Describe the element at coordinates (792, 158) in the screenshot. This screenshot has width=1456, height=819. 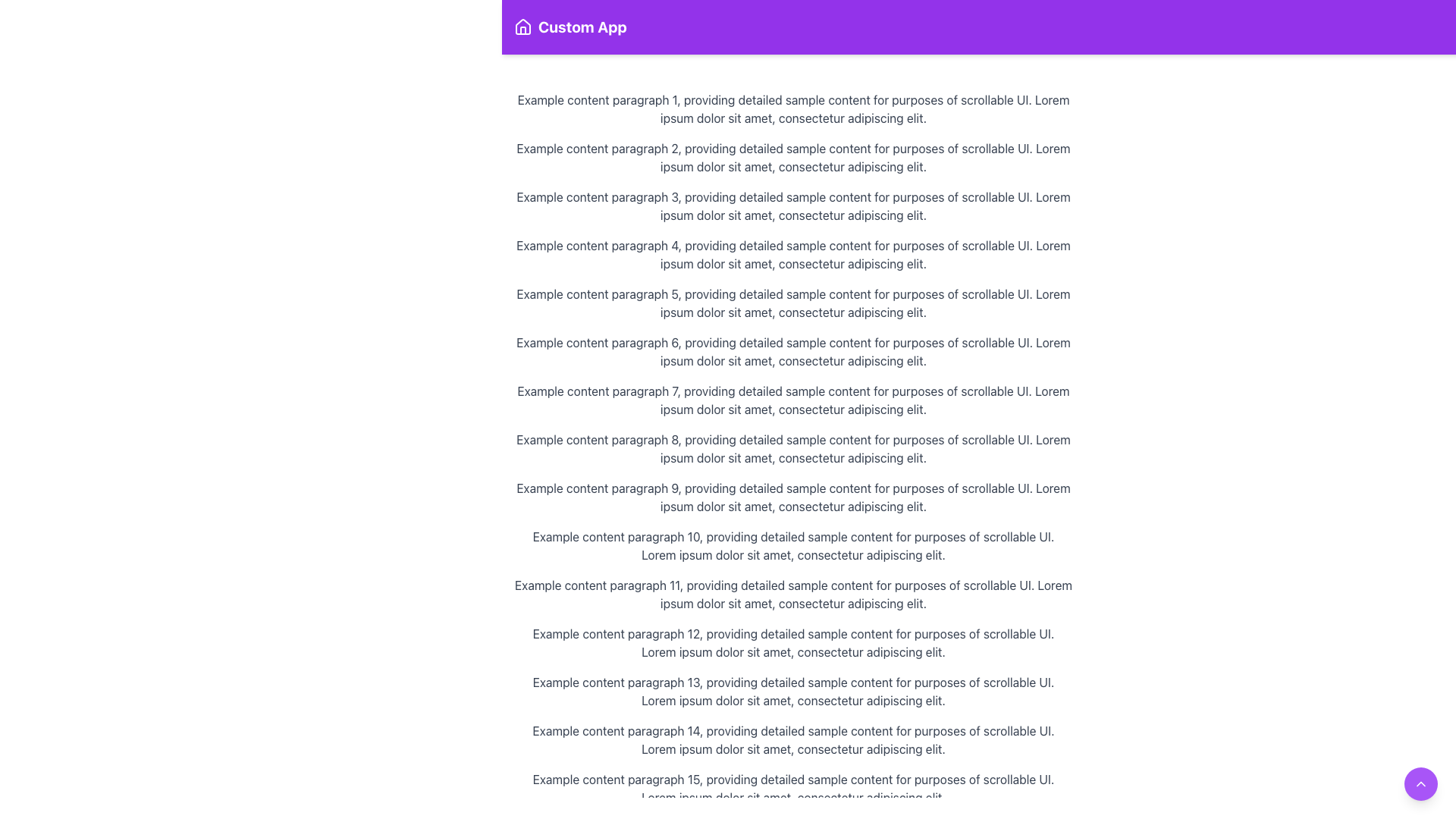
I see `the second static text display element, which provides context or data to users and is positioned below the first paragraph in the upper-central part of the interface` at that location.